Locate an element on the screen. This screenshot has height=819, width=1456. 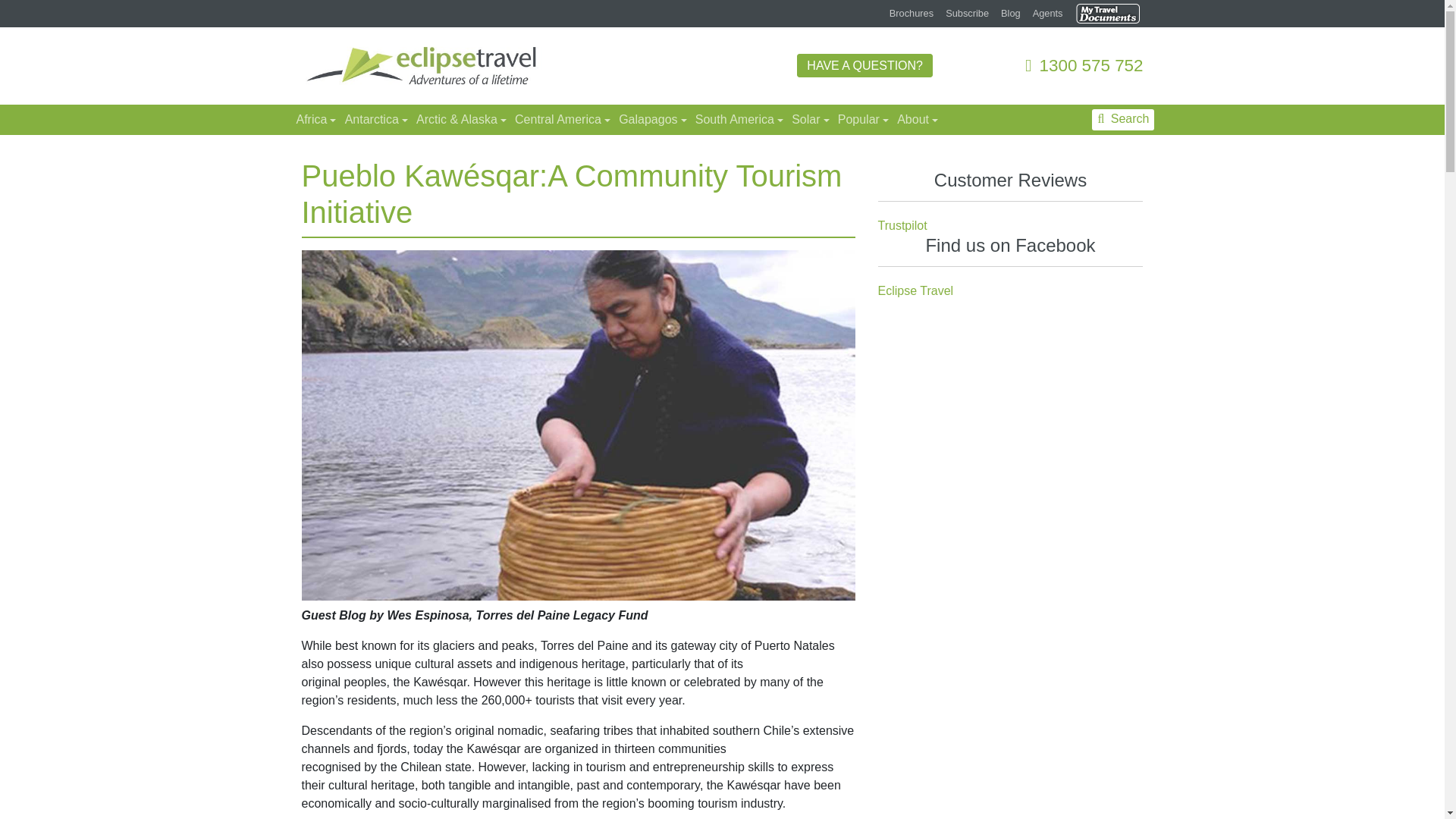
'1300 575 752' is located at coordinates (1083, 64).